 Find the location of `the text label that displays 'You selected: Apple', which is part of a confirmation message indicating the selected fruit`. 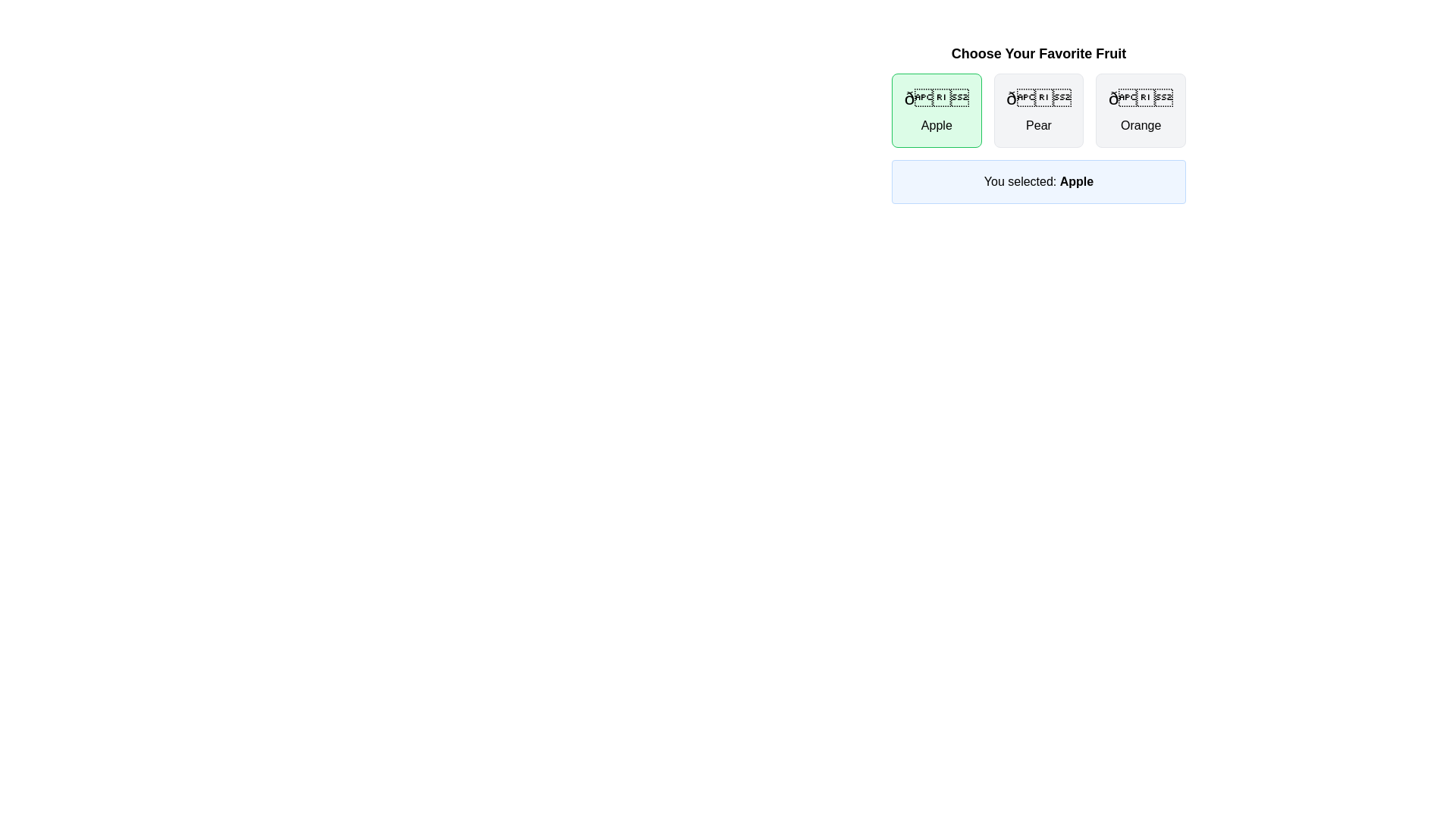

the text label that displays 'You selected: Apple', which is part of a confirmation message indicating the selected fruit is located at coordinates (1076, 180).